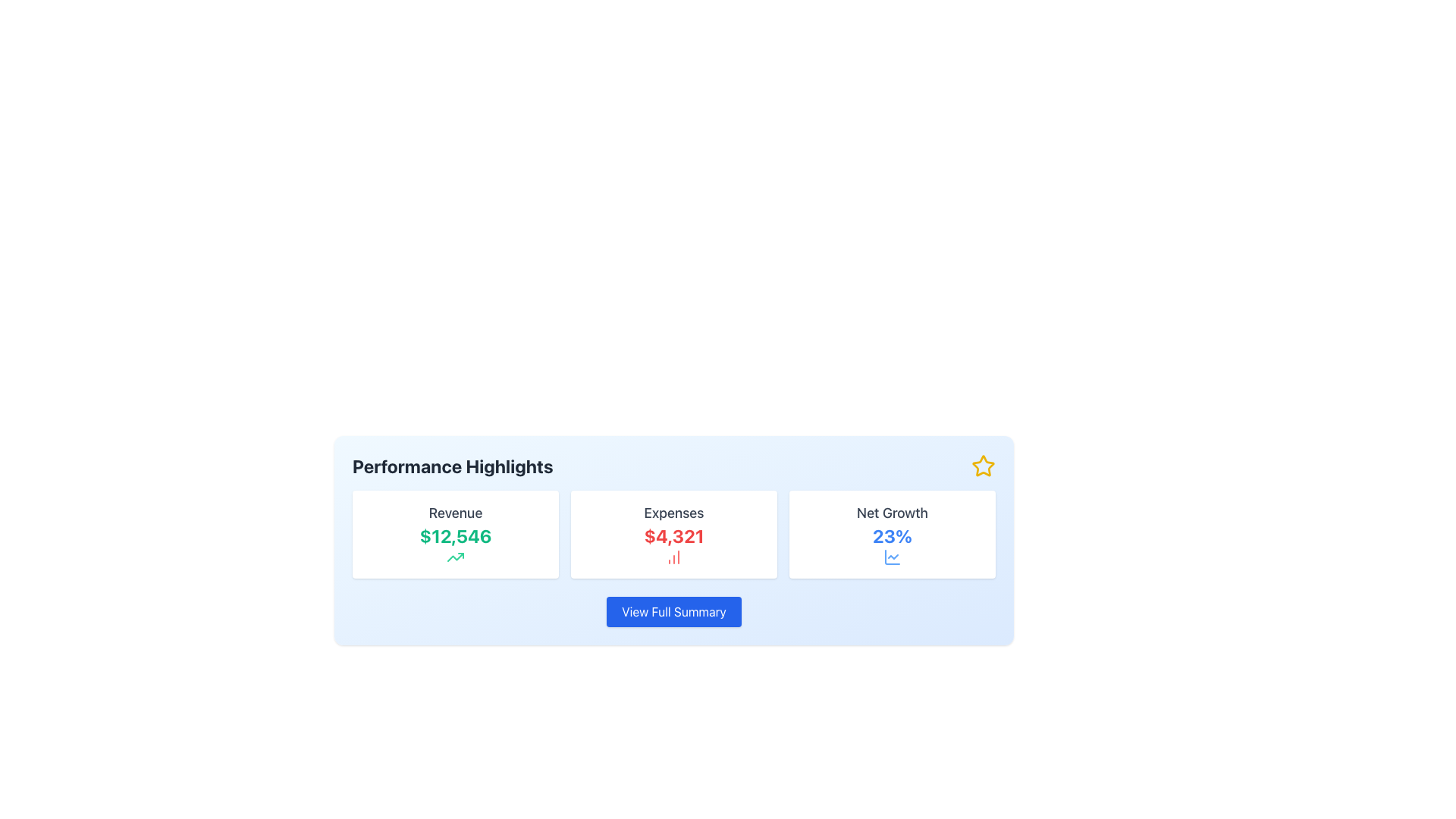 The height and width of the screenshot is (819, 1456). Describe the element at coordinates (454, 513) in the screenshot. I see `the 'Revenue' label, which is displayed in a medium-sized gray font and is positioned on the upper part of a card containing revenue details` at that location.